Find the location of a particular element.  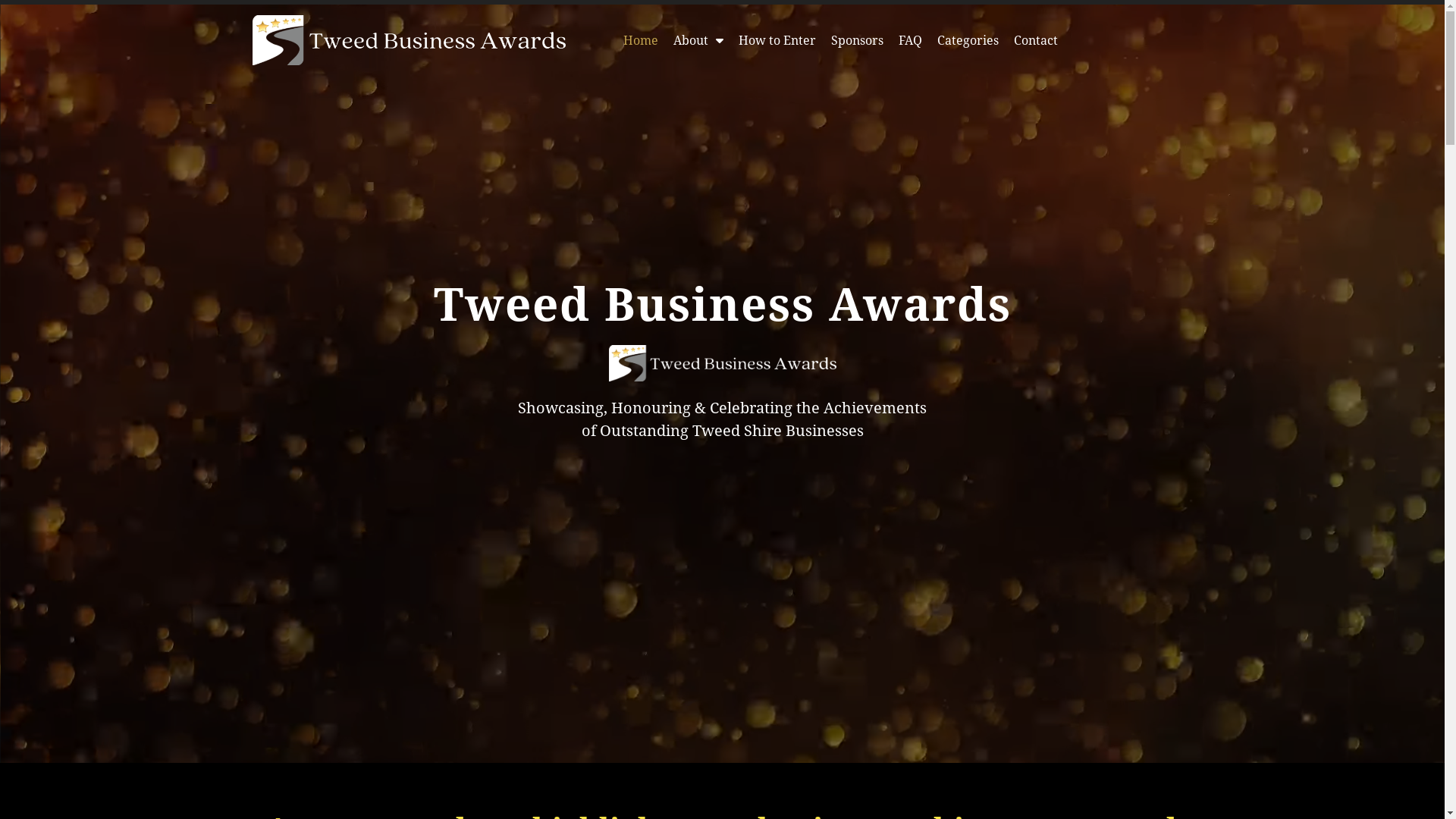

'How to Enter' is located at coordinates (777, 39).